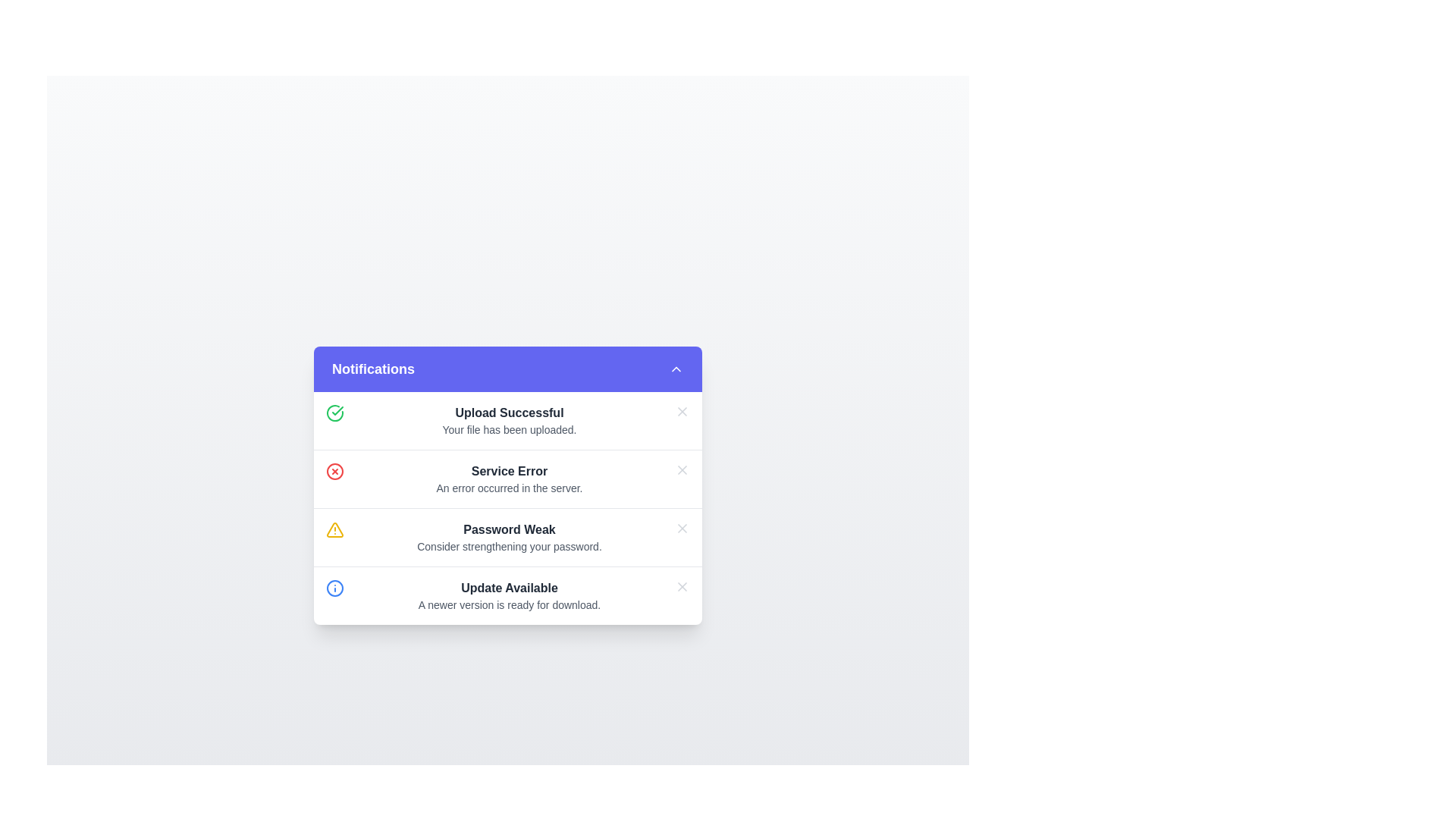 This screenshot has height=819, width=1456. Describe the element at coordinates (508, 420) in the screenshot. I see `the notification item indicating a successful file upload located beneath the 'Notifications' header` at that location.